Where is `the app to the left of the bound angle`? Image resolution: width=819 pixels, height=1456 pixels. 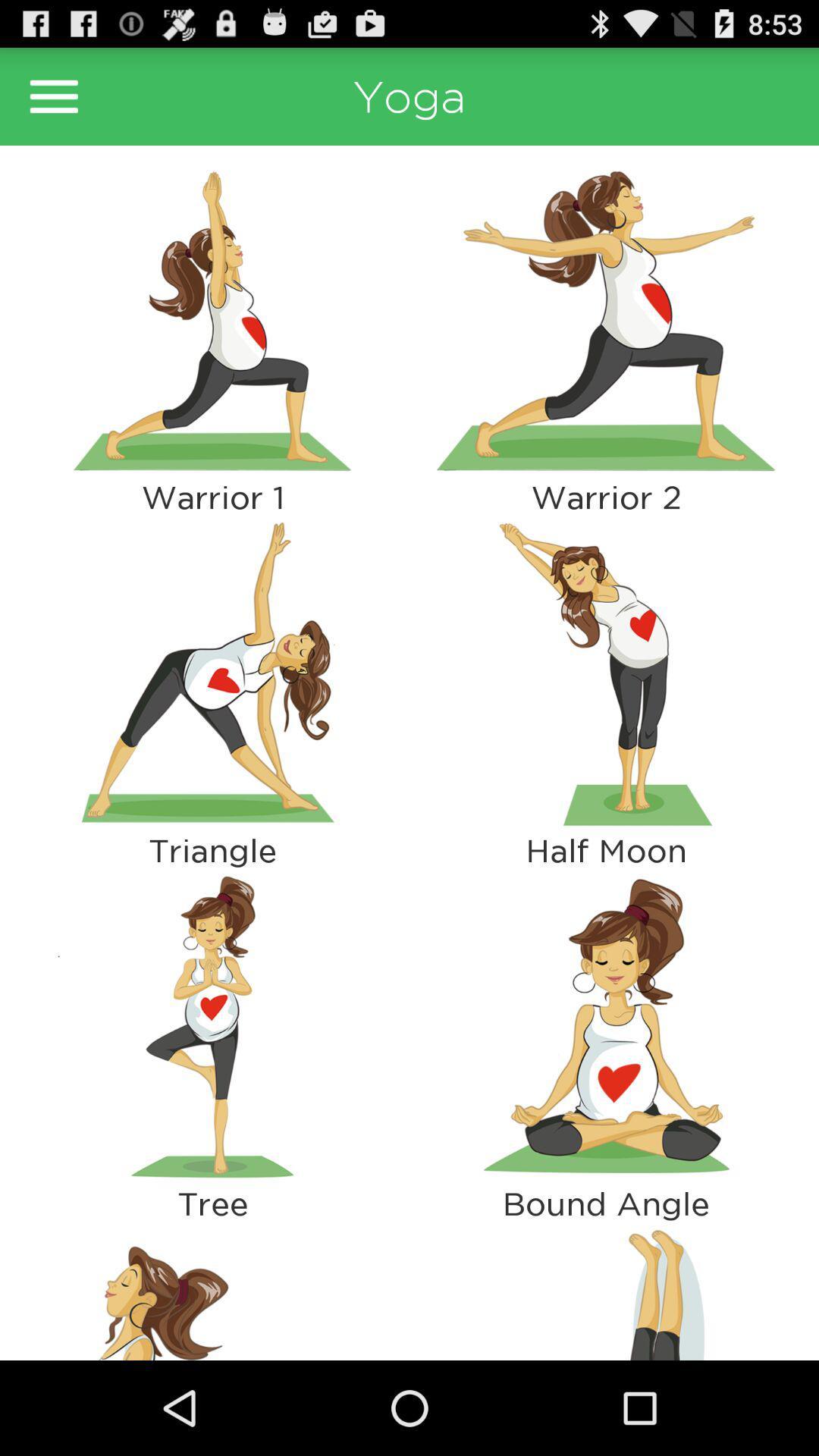 the app to the left of the bound angle is located at coordinates (212, 1290).